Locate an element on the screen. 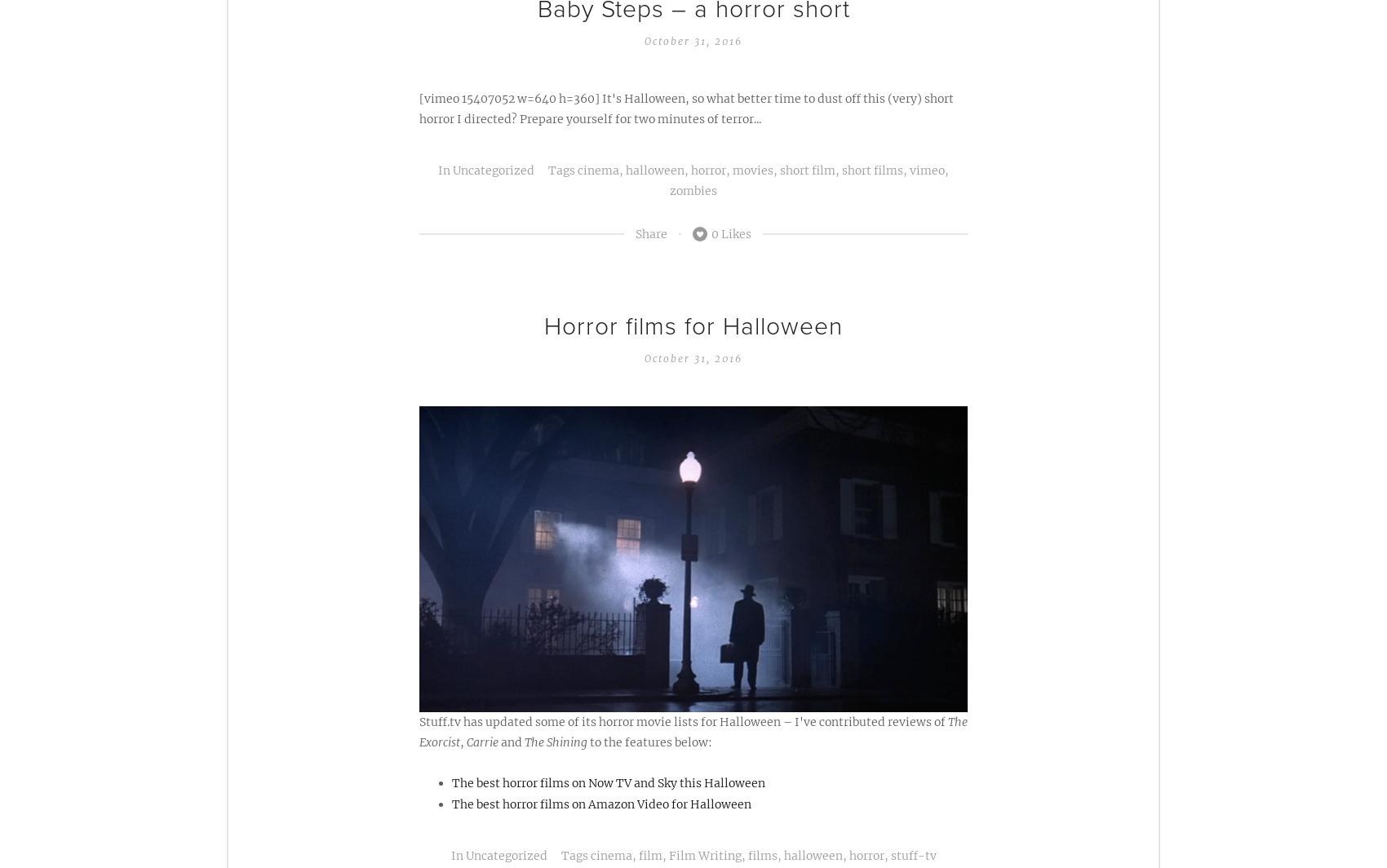 Image resolution: width=1387 pixels, height=868 pixels. 'The best horror films on Amazon Video for Halloween' is located at coordinates (601, 804).